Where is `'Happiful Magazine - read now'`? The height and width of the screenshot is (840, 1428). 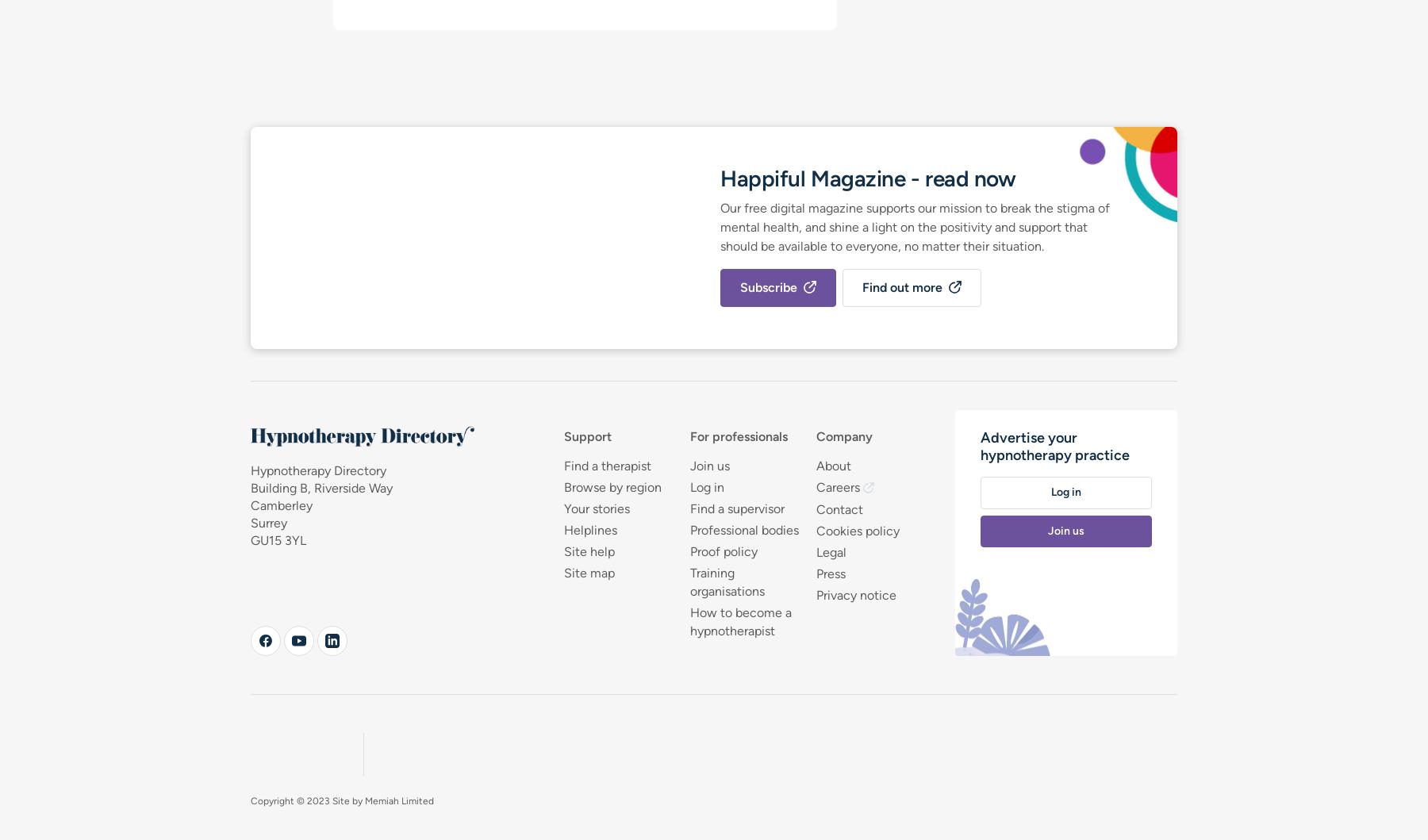 'Happiful Magazine - read now' is located at coordinates (868, 177).